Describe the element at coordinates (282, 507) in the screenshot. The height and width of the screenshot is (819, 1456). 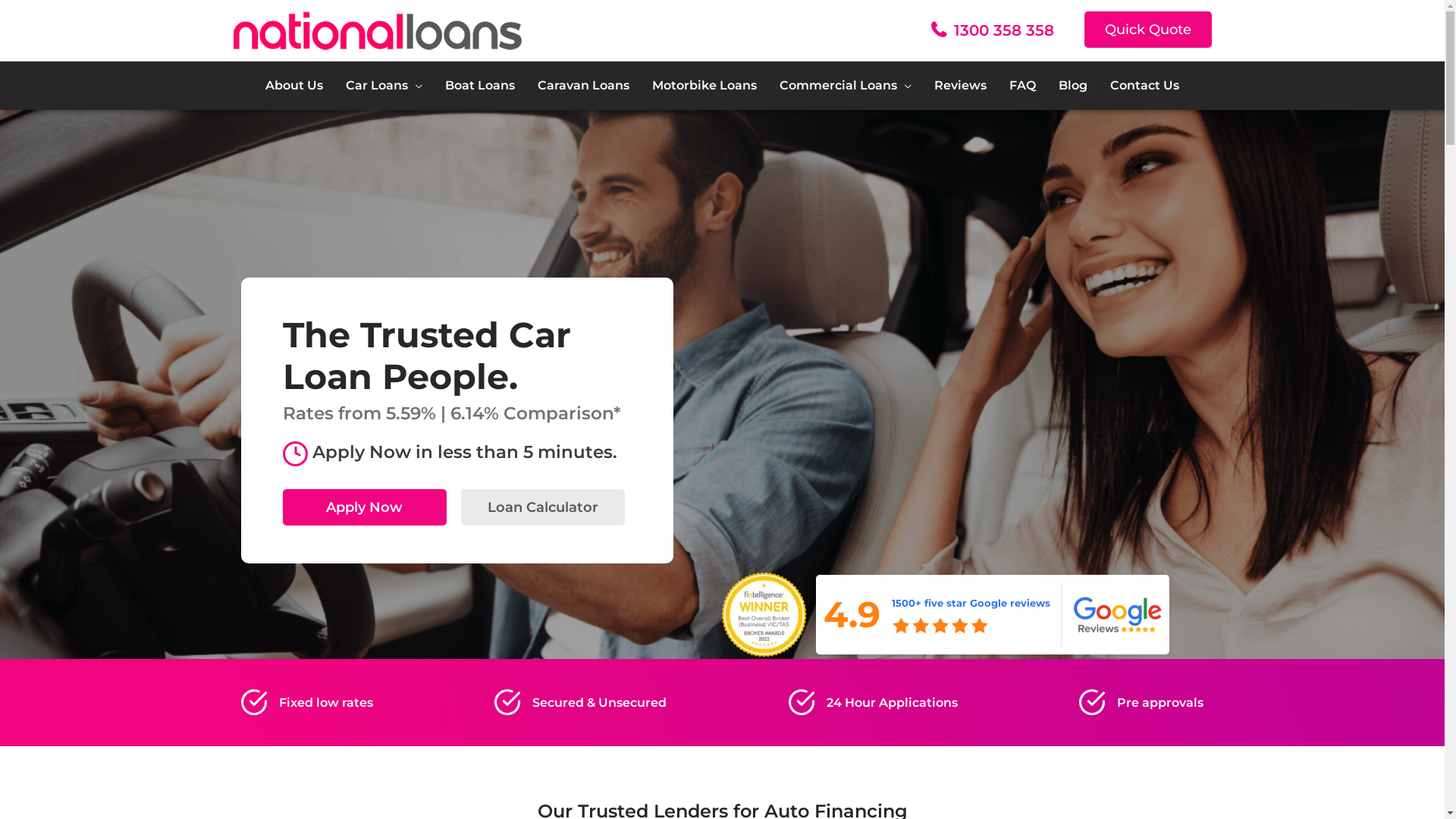
I see `'Apply Now'` at that location.